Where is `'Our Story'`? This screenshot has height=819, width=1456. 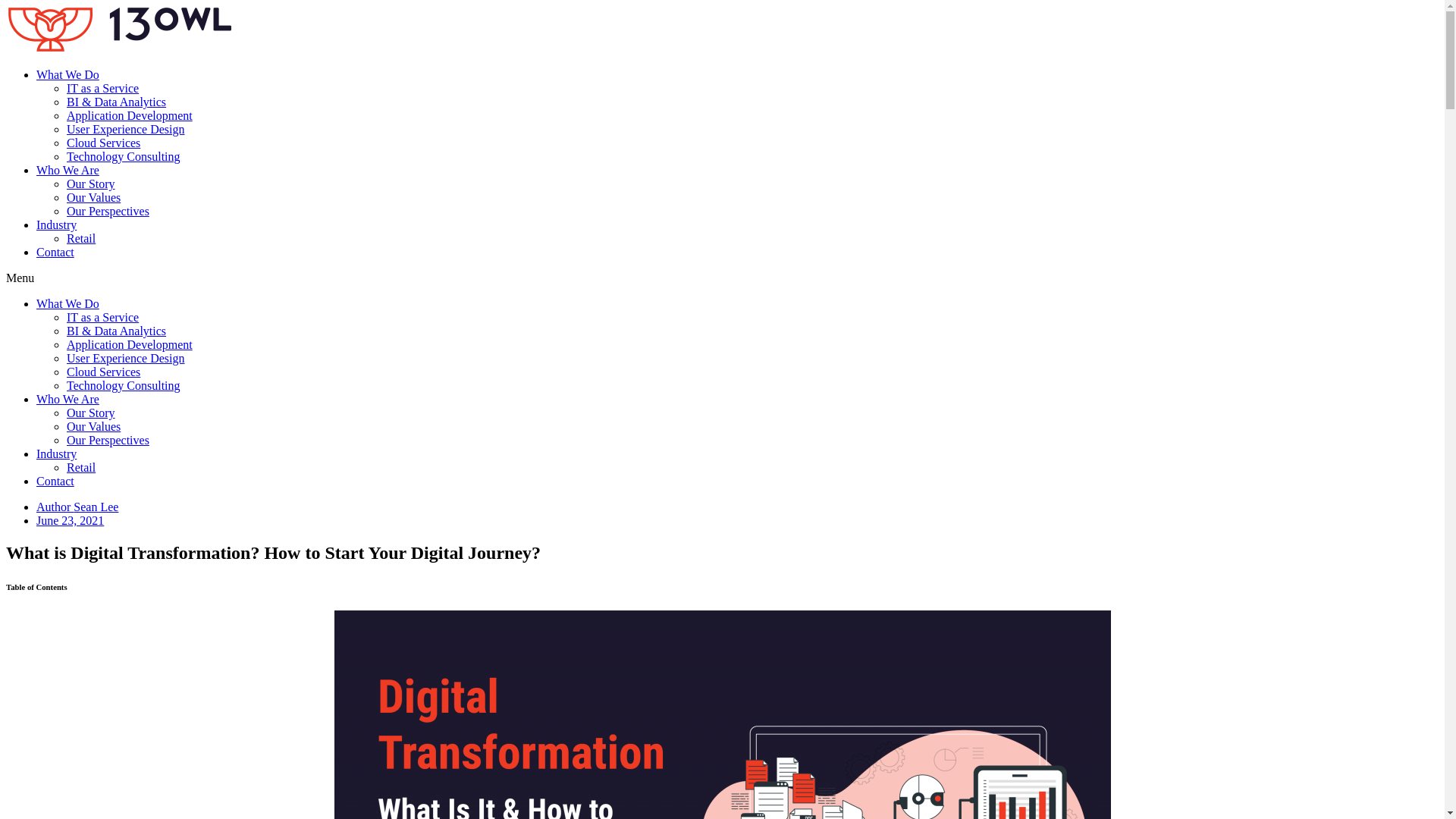 'Our Story' is located at coordinates (90, 183).